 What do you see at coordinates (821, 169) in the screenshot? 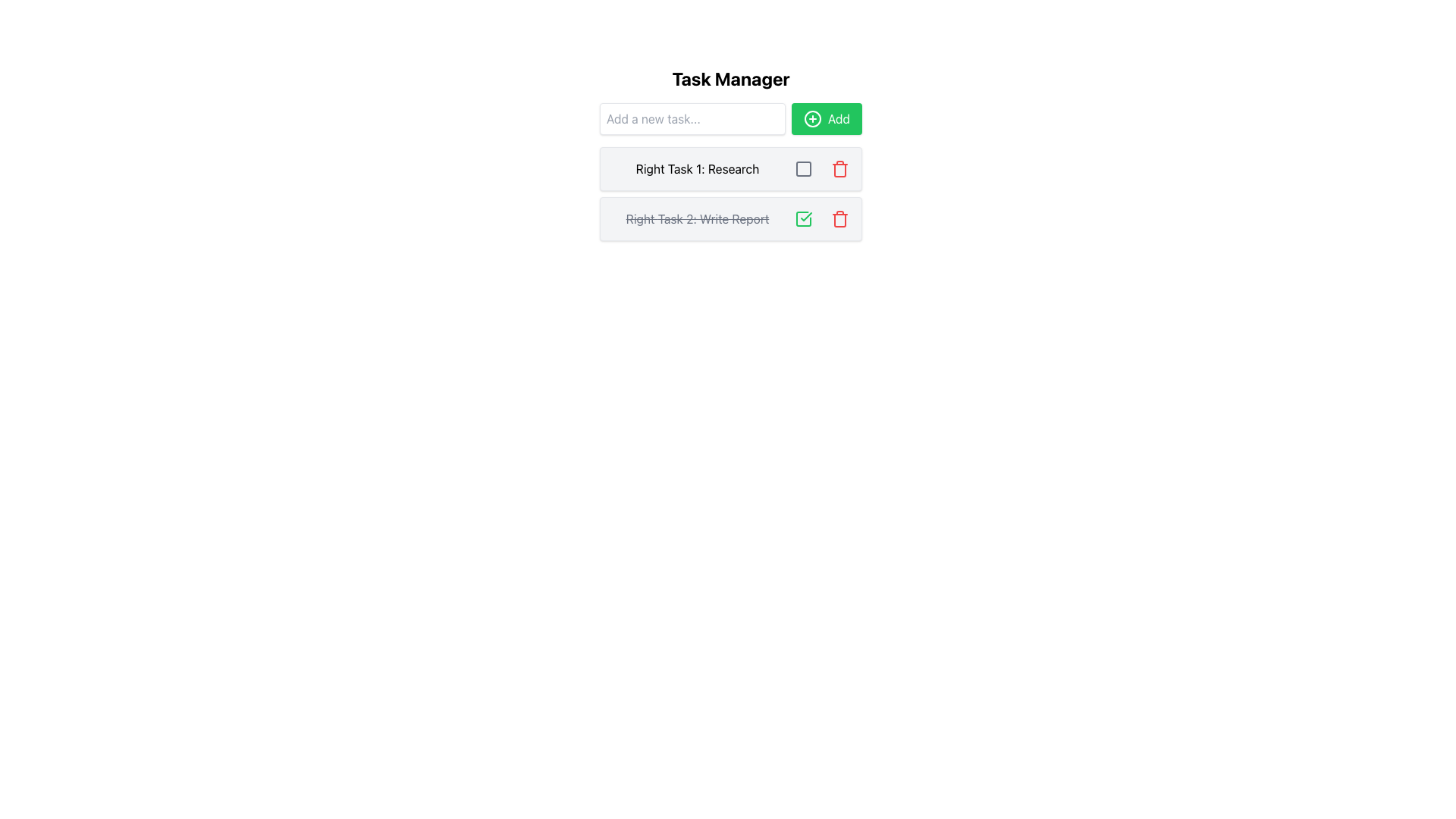
I see `the unchecked checkbox located next to the red trash can icon for 'Right Task 1: Research'` at bounding box center [821, 169].